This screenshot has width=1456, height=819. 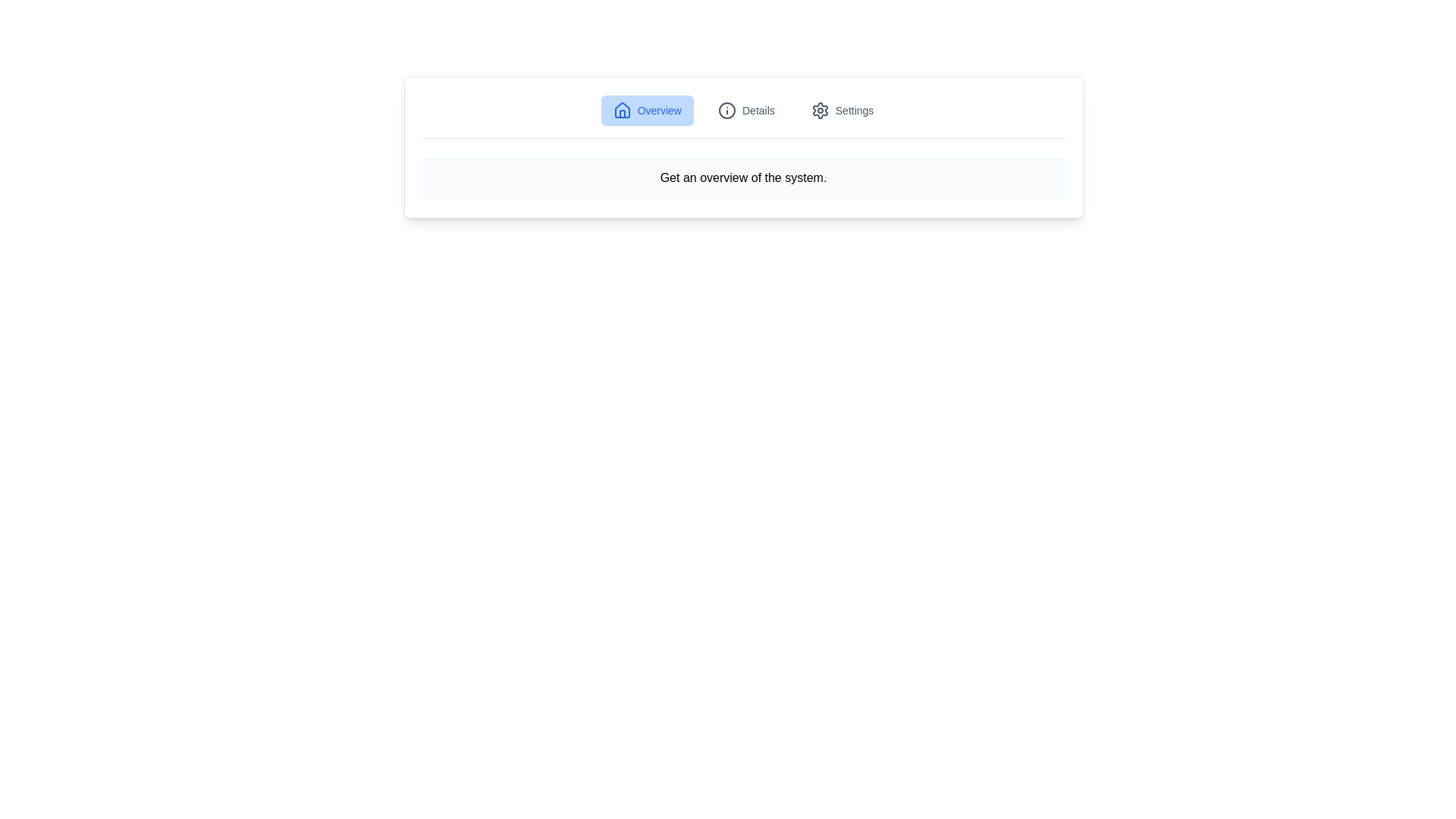 I want to click on the gear-shaped icon element in the navigation bar, located adjacent to the 'Details' text, so click(x=819, y=110).